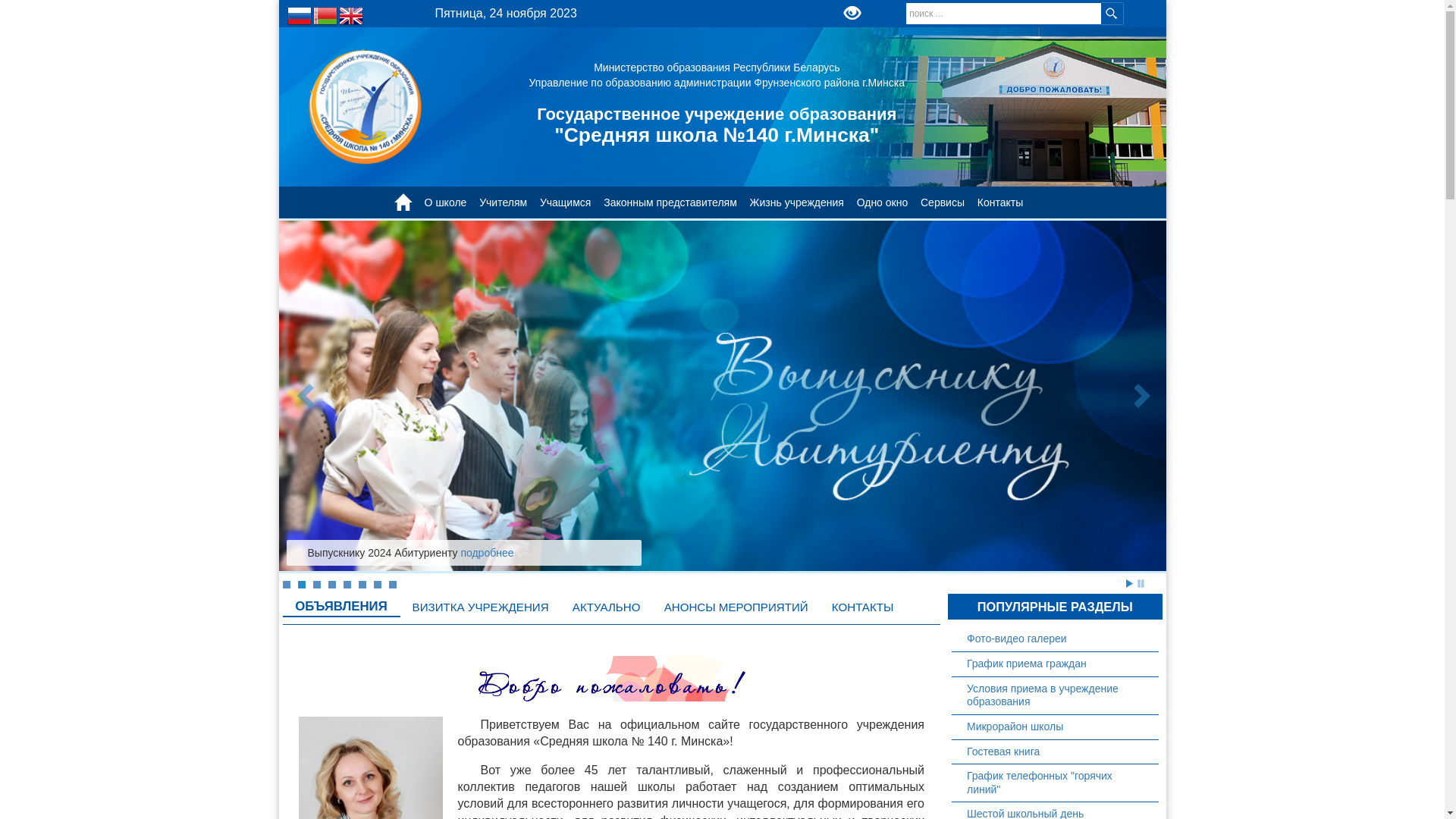  What do you see at coordinates (377, 584) in the screenshot?
I see `'7'` at bounding box center [377, 584].